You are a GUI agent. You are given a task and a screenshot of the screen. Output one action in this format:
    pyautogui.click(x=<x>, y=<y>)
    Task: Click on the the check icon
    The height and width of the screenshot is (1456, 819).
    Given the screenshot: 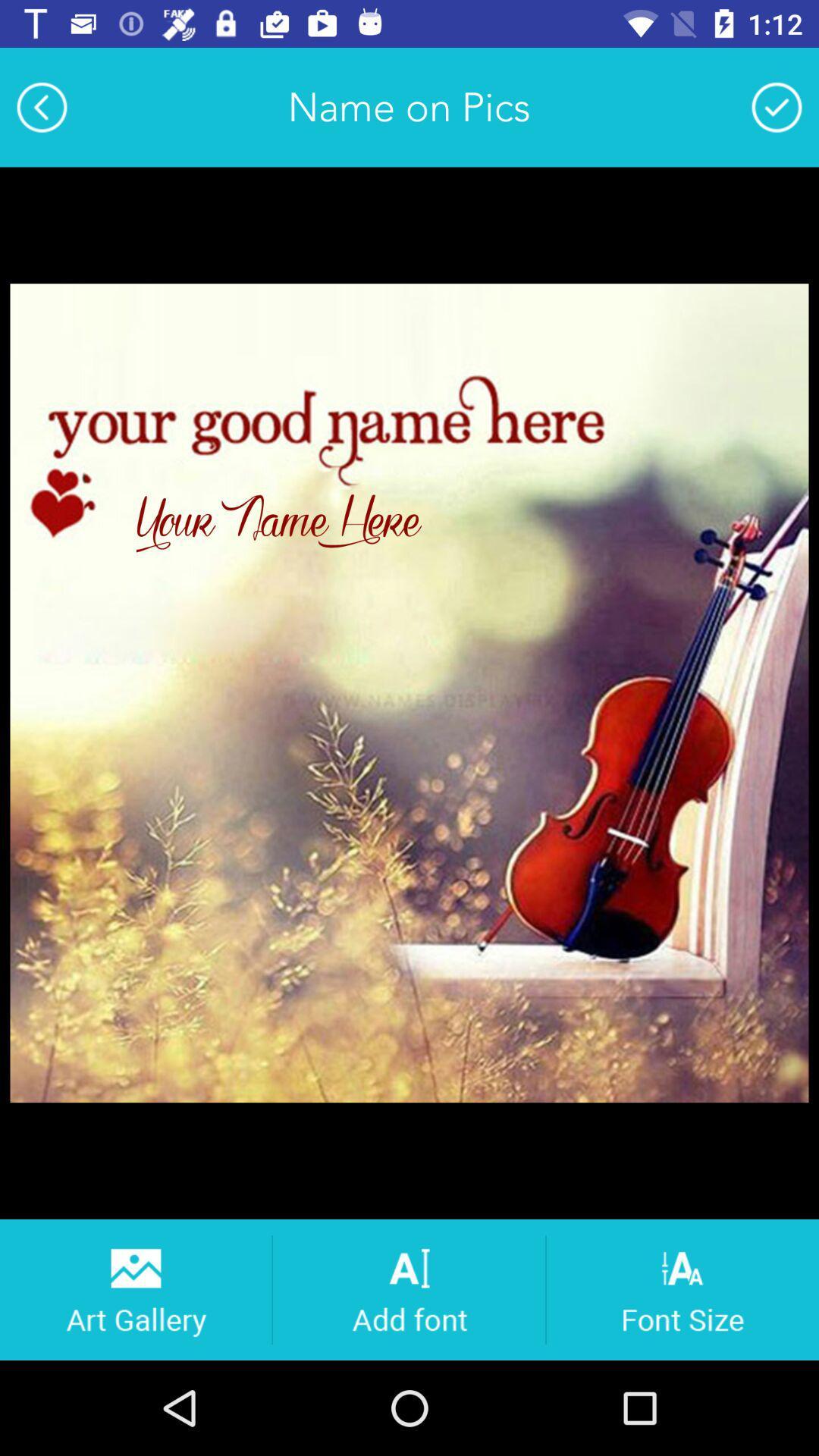 What is the action you would take?
    pyautogui.click(x=777, y=106)
    